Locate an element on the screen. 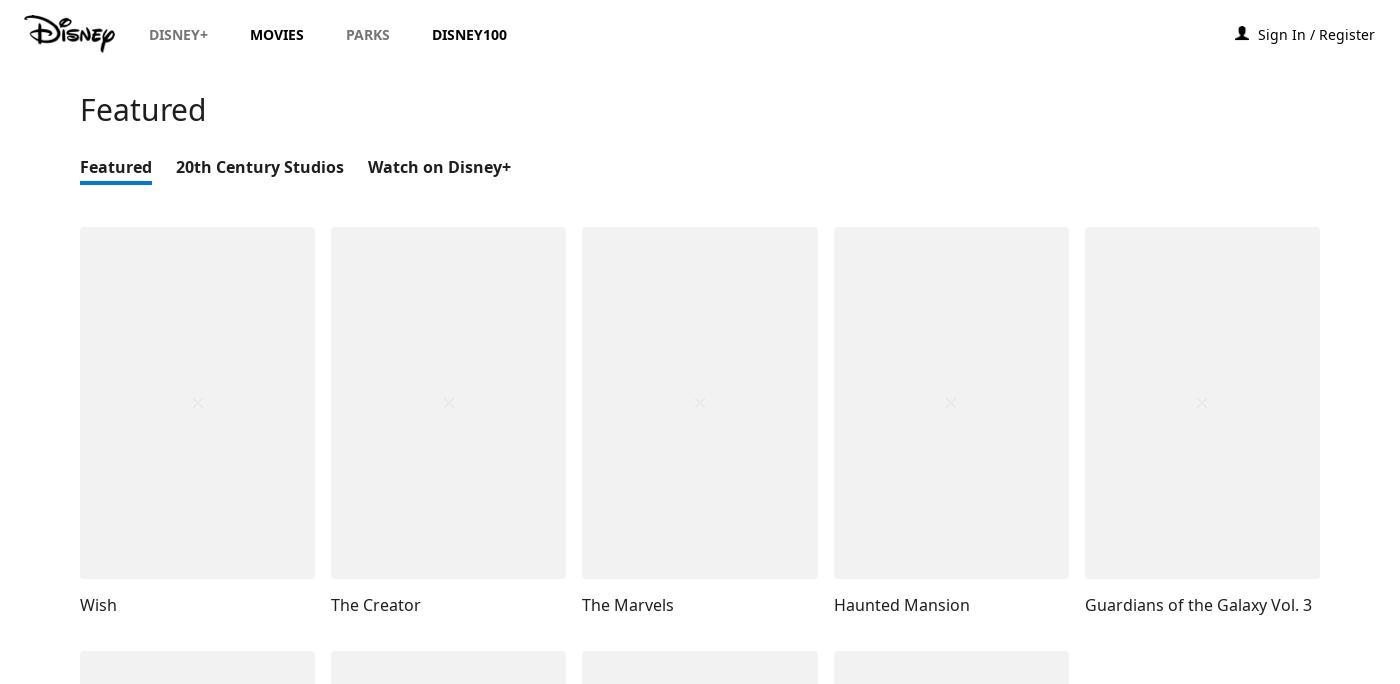 The image size is (1400, 684). 'Haunted Mansion' is located at coordinates (901, 604).